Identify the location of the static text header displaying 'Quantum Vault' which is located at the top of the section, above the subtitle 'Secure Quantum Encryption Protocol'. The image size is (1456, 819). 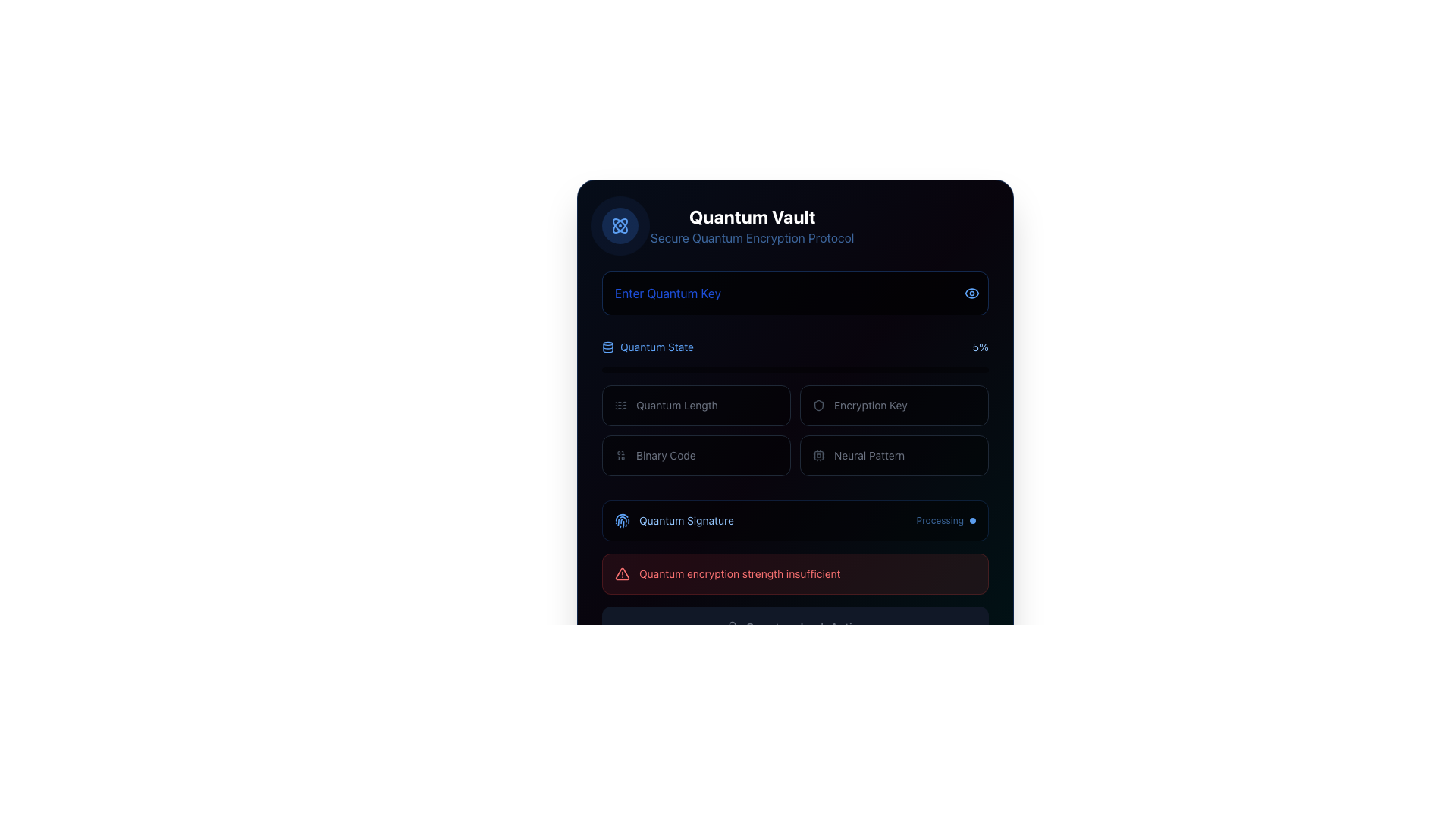
(752, 216).